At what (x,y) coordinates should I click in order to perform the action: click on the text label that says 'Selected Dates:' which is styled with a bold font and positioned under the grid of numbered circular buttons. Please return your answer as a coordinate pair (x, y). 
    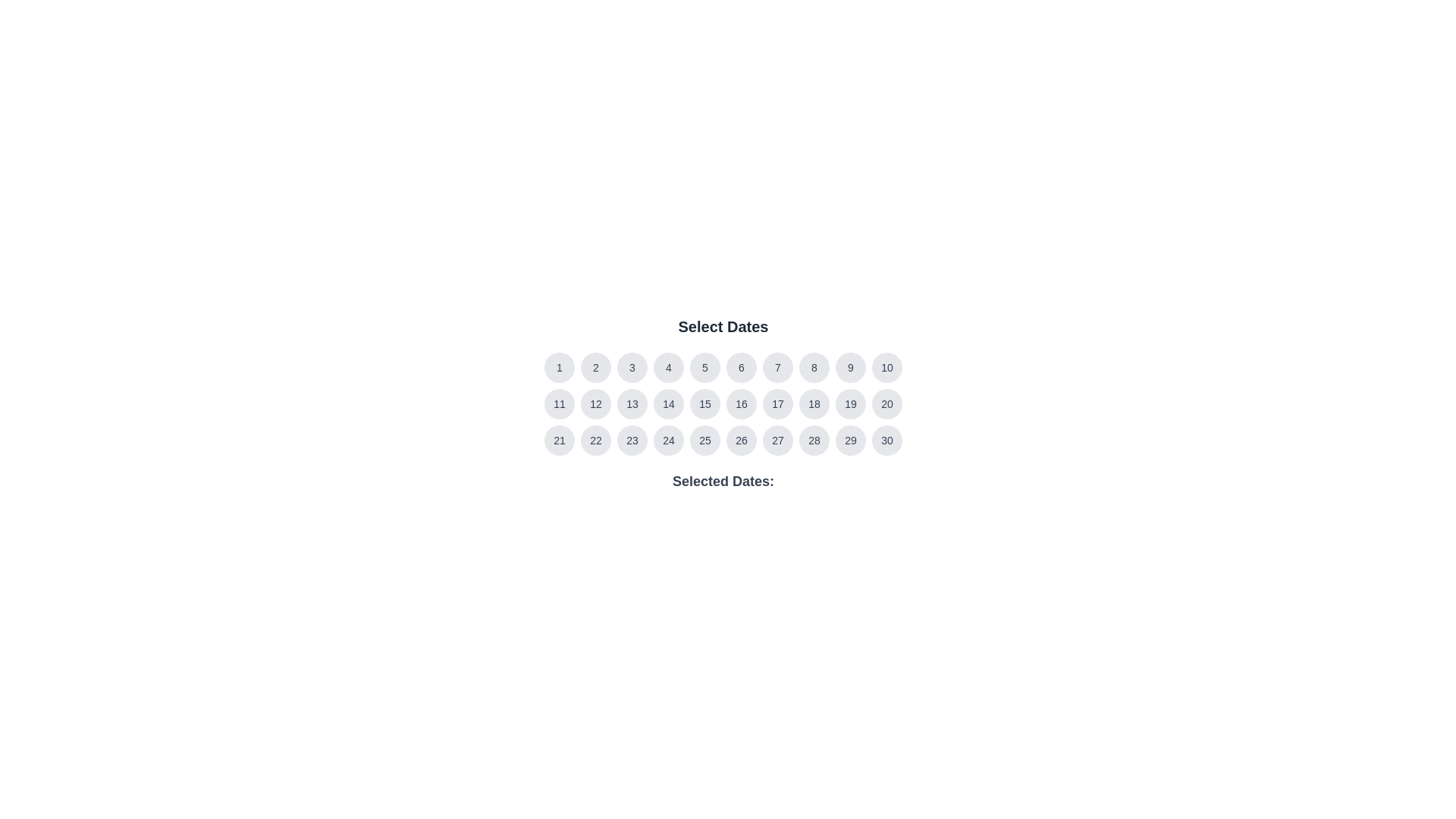
    Looking at the image, I should click on (723, 482).